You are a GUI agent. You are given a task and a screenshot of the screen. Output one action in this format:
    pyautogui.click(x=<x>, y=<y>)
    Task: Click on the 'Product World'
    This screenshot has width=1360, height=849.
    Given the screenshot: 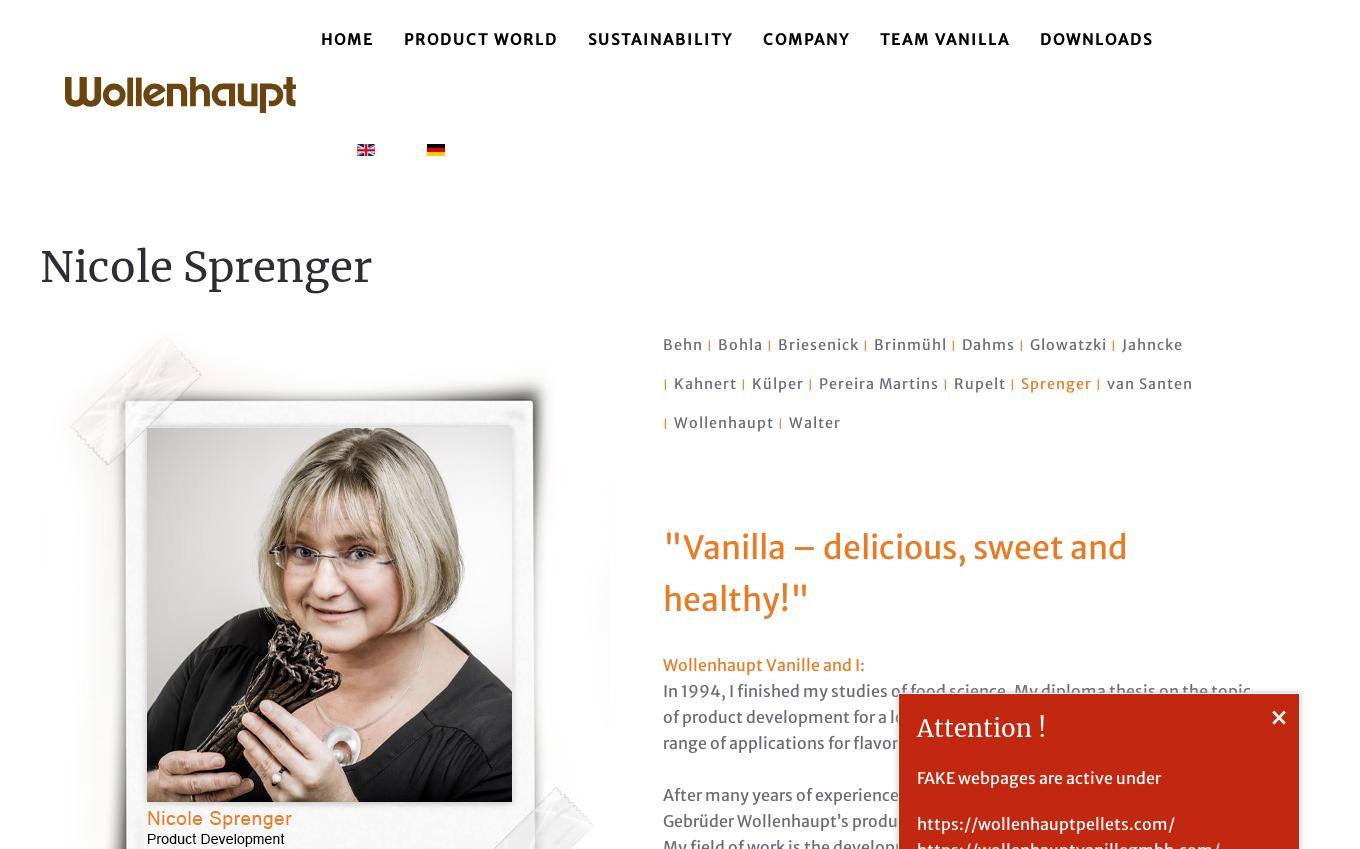 What is the action you would take?
    pyautogui.click(x=403, y=37)
    